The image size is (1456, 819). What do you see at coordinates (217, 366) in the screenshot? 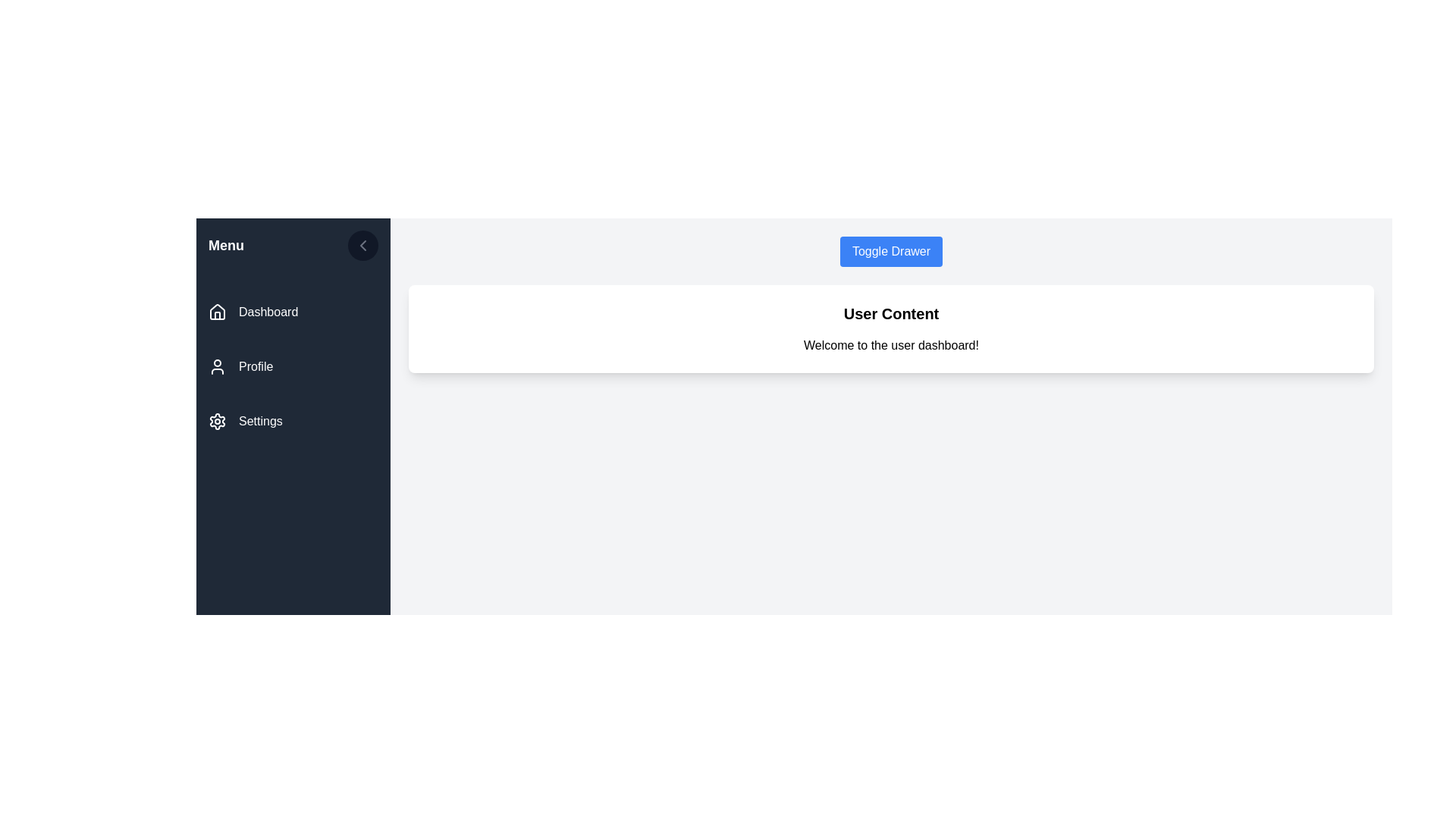
I see `the 'Profile' menu item icon located in the left navigation bar, positioned to the left of the text label 'Profile'` at bounding box center [217, 366].